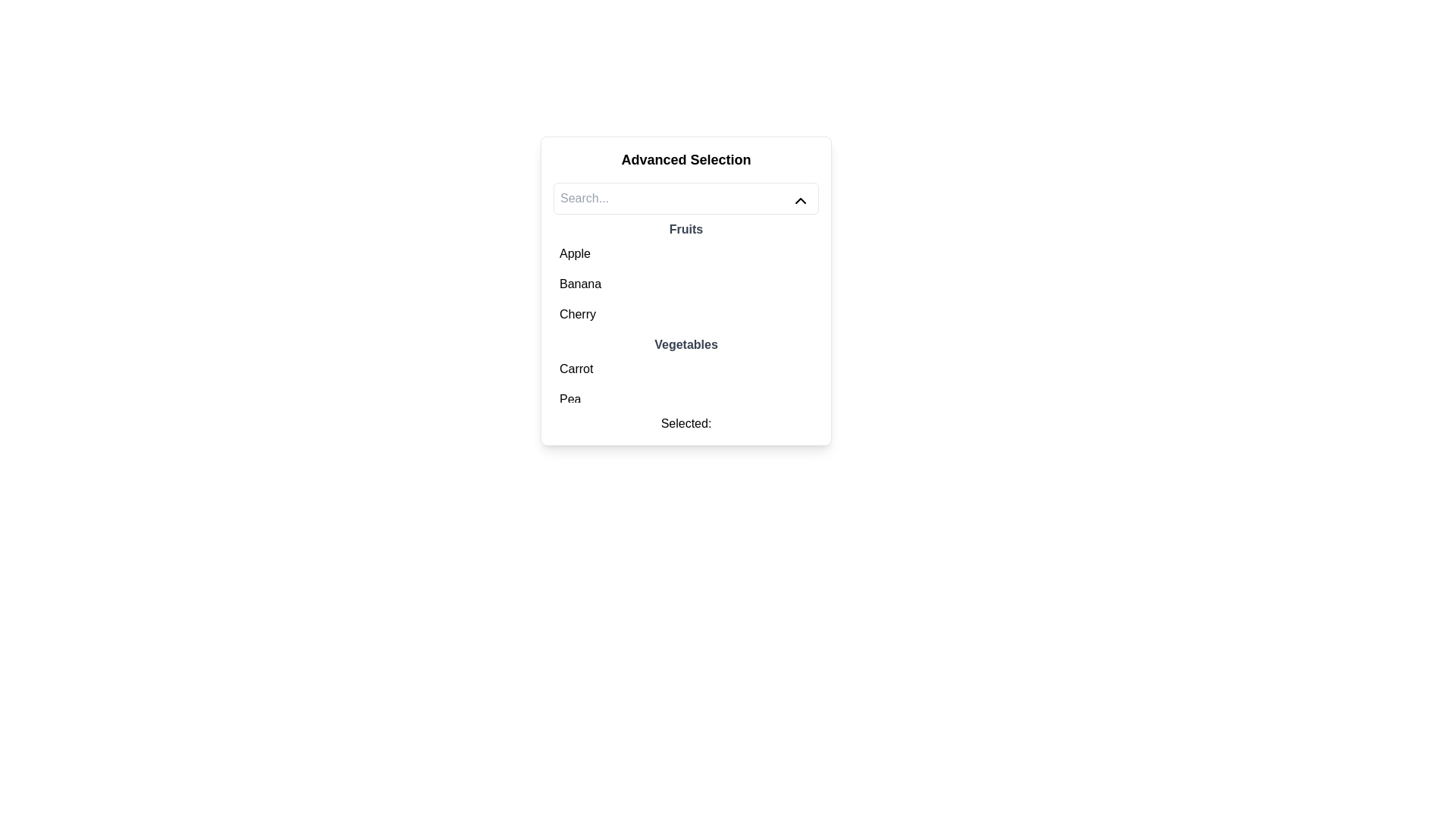 The height and width of the screenshot is (819, 1456). What do you see at coordinates (576, 369) in the screenshot?
I see `the text label displaying 'Carrot' under the 'Vegetables' dropdown` at bounding box center [576, 369].